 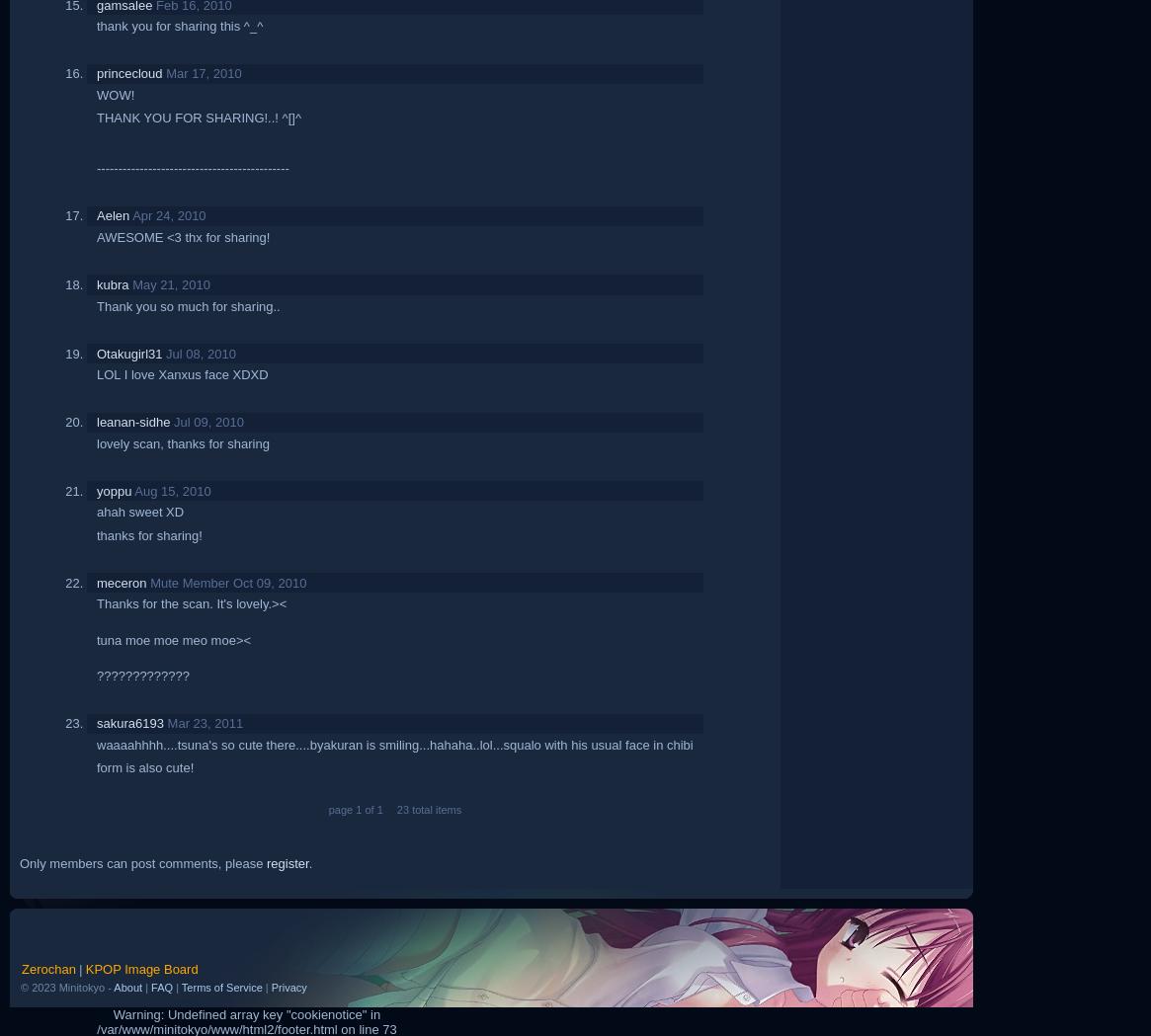 What do you see at coordinates (270, 985) in the screenshot?
I see `'Privacy'` at bounding box center [270, 985].